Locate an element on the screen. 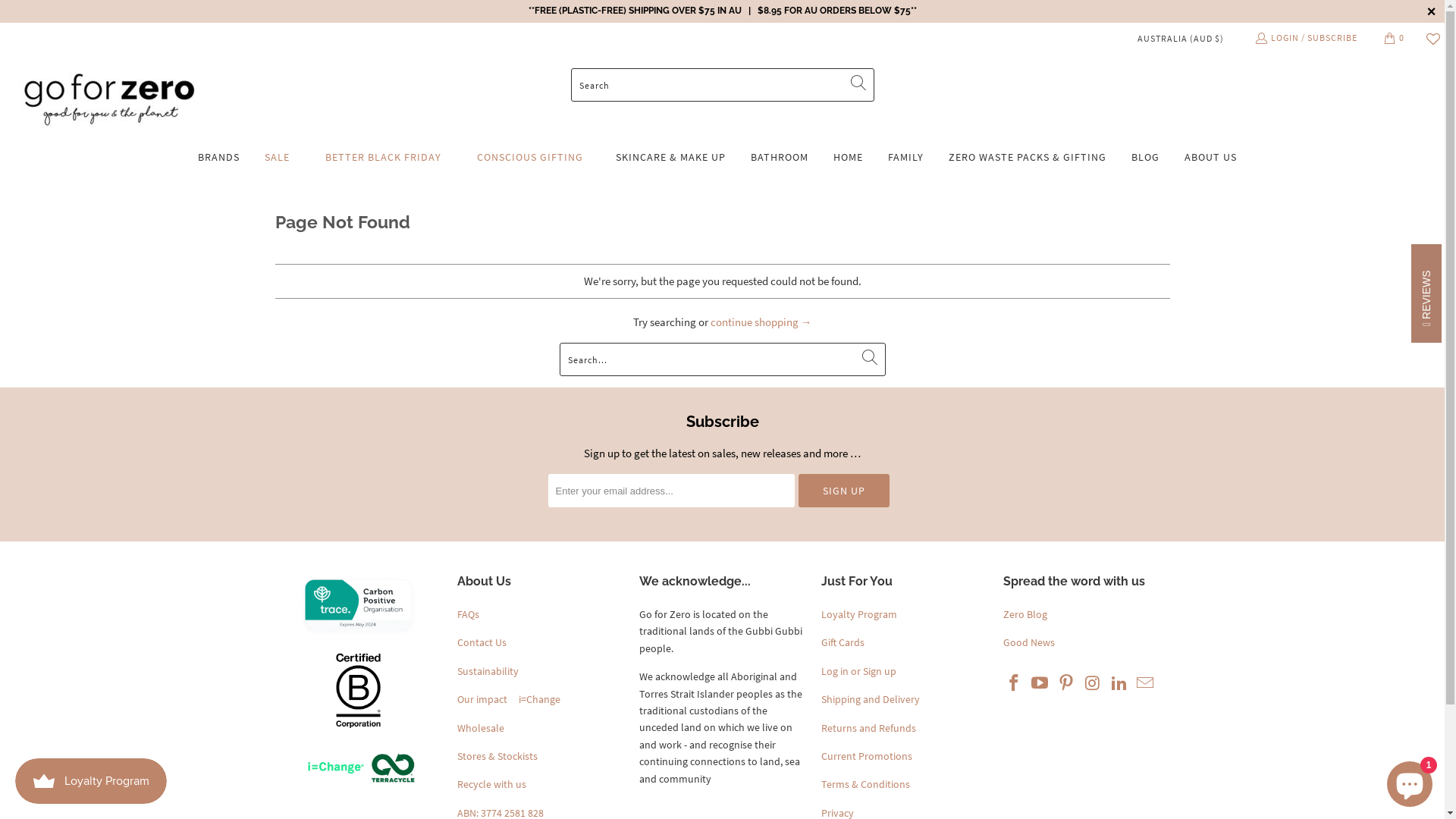 The image size is (1456, 819). 'Good News' is located at coordinates (1028, 642).